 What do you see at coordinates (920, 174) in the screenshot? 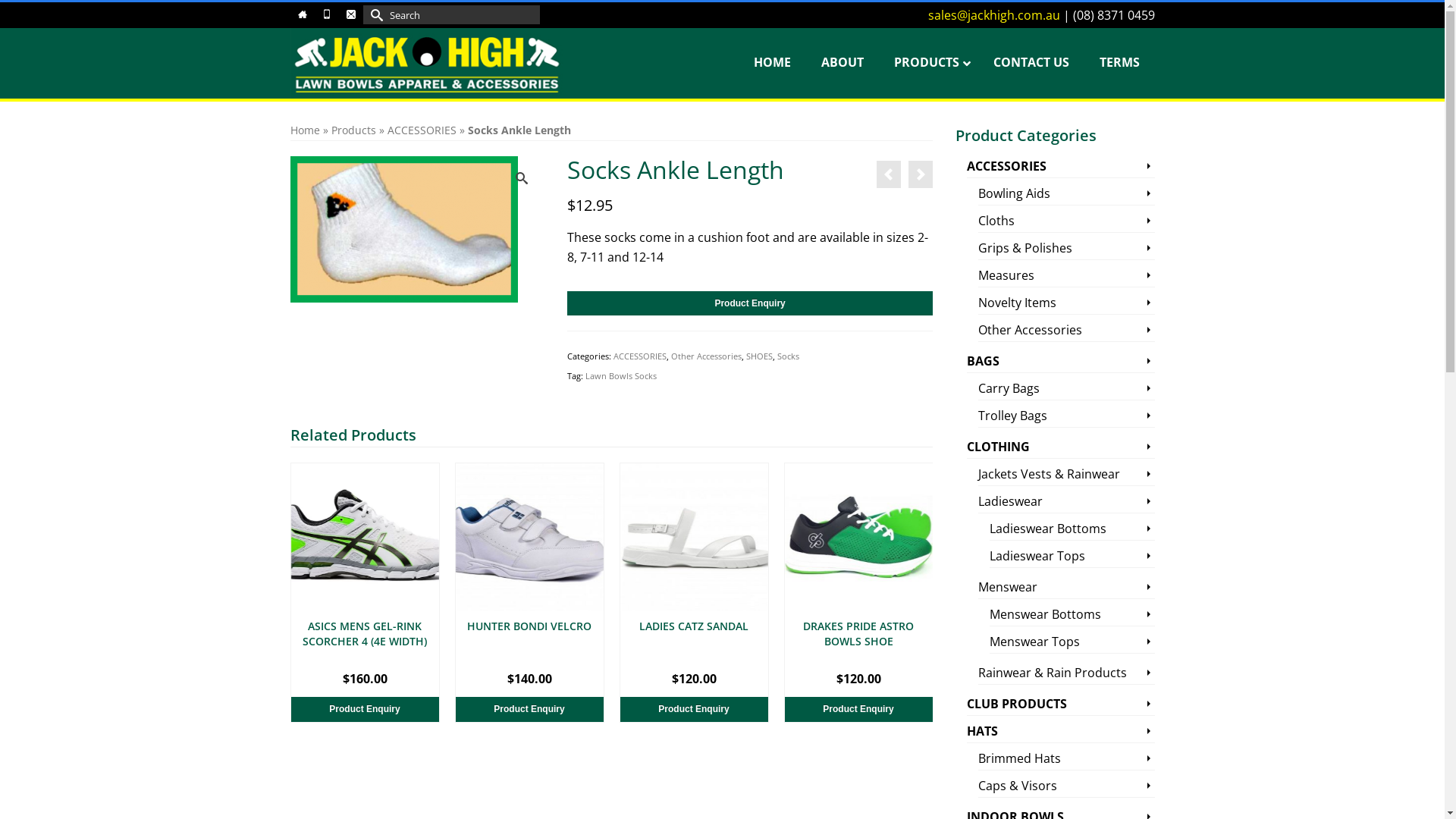
I see `'Socks Footlet'` at bounding box center [920, 174].